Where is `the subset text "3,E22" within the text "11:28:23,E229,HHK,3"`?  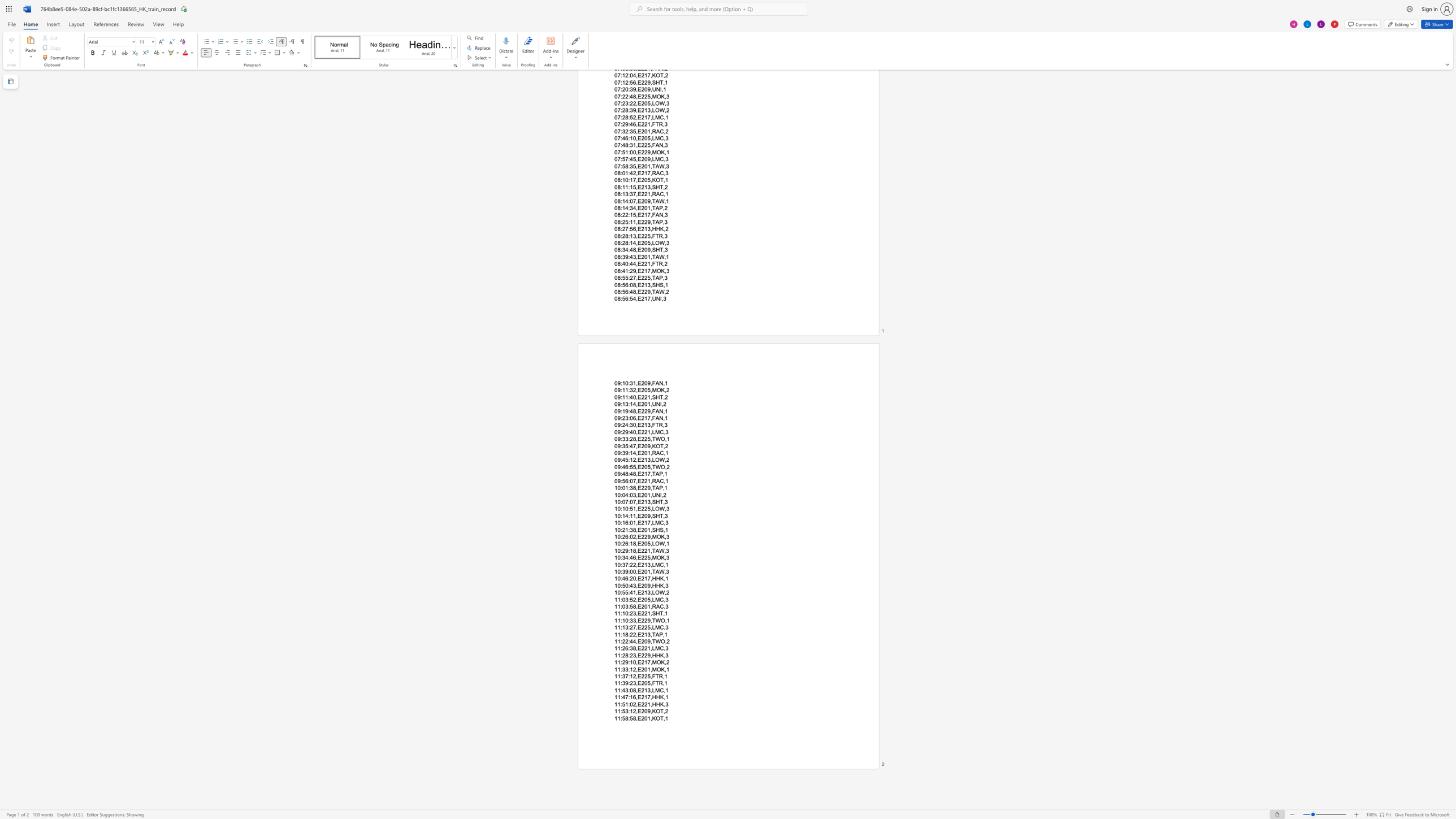
the subset text "3,E22" within the text "11:28:23,E229,HHK,3" is located at coordinates (632, 655).